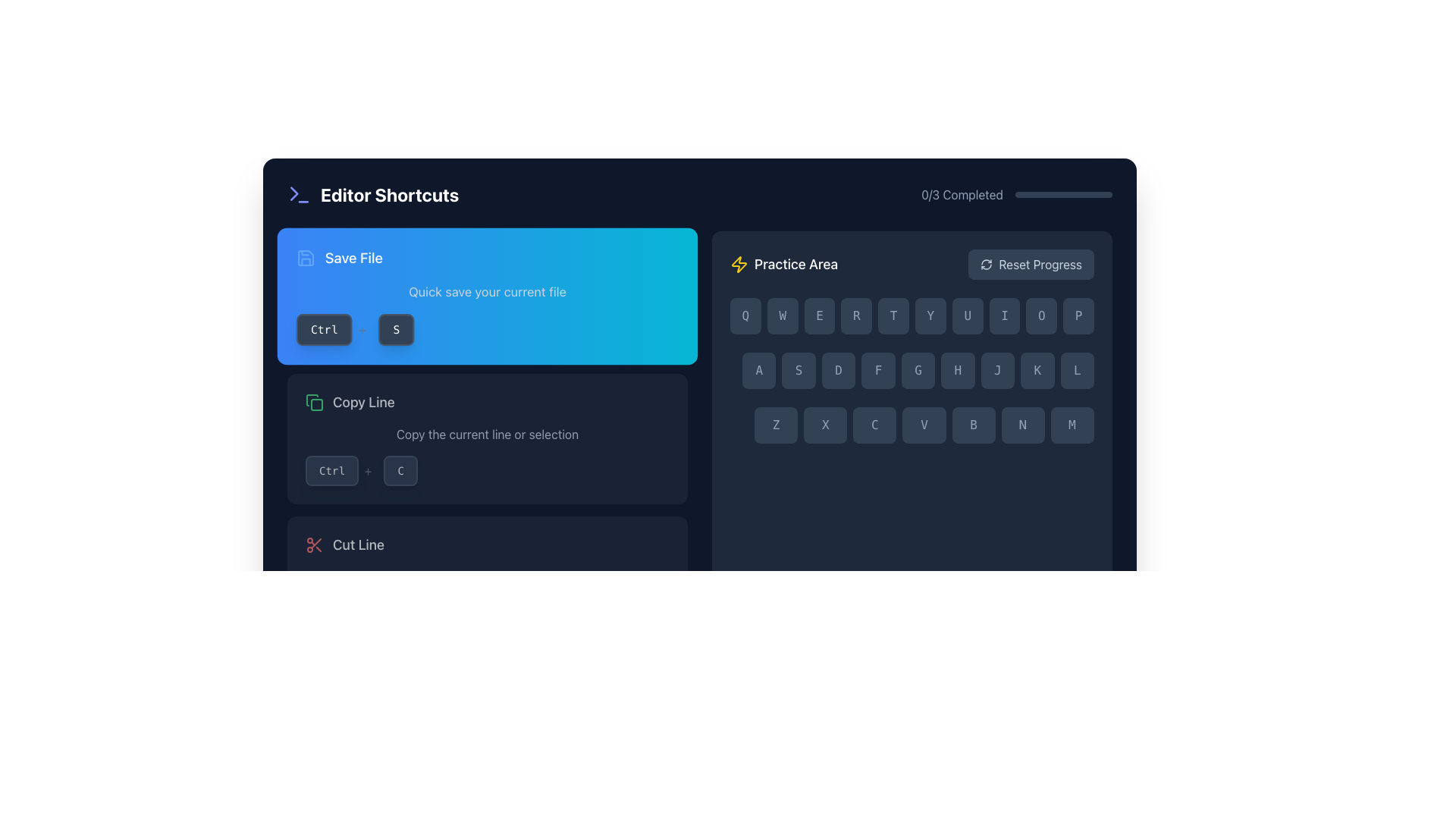  What do you see at coordinates (294, 193) in the screenshot?
I see `the Triangle-shaped marker within the SVG graphic symbol that indicates actionability, located to the left of the 'Editor Shortcuts' title in the top-left section of the interface` at bounding box center [294, 193].